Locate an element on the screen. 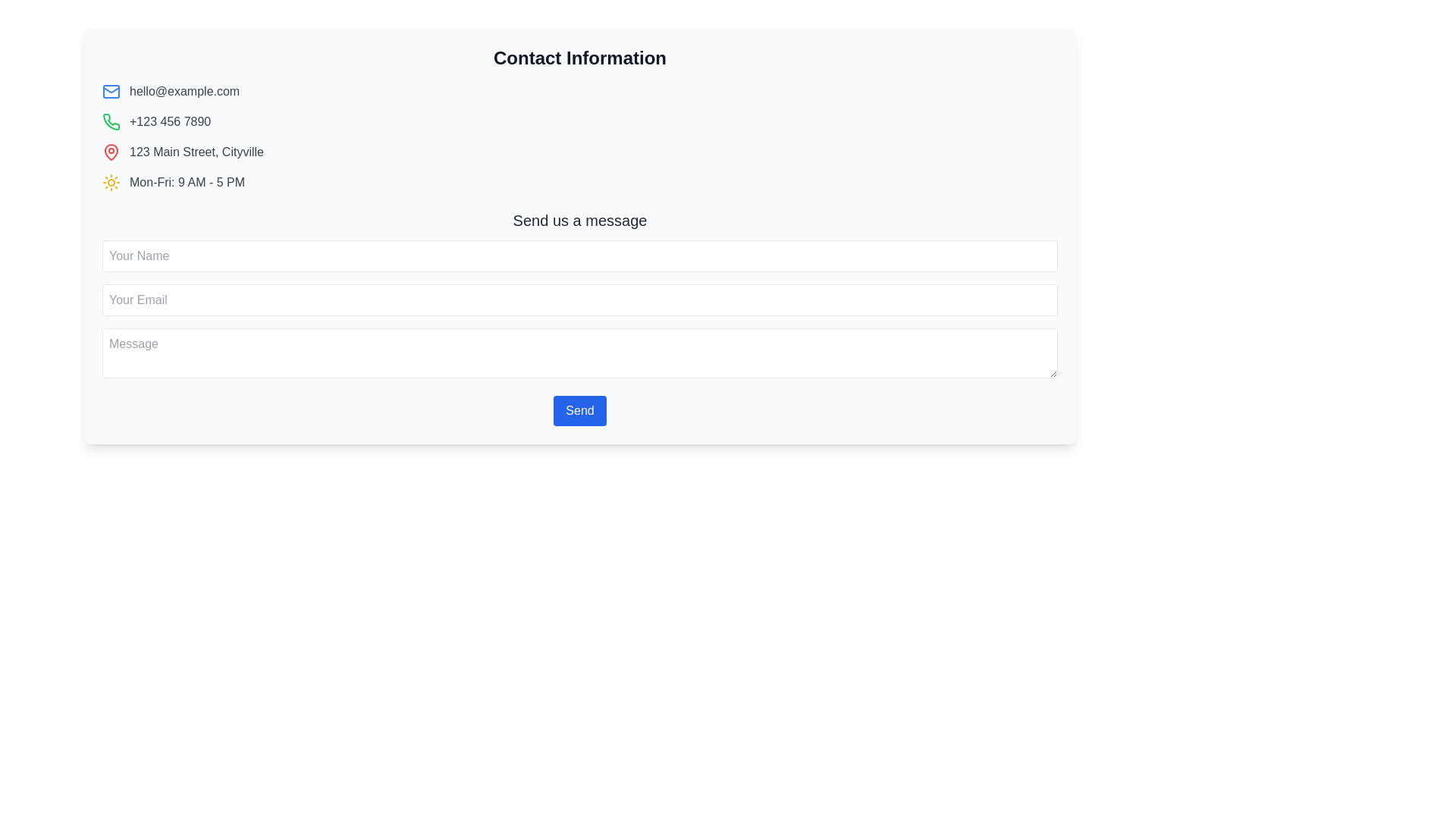 The image size is (1456, 819). the static text displaying the contact email address located underneath the 'Contact Information' header, positioned to the right of the mail icon is located at coordinates (184, 91).